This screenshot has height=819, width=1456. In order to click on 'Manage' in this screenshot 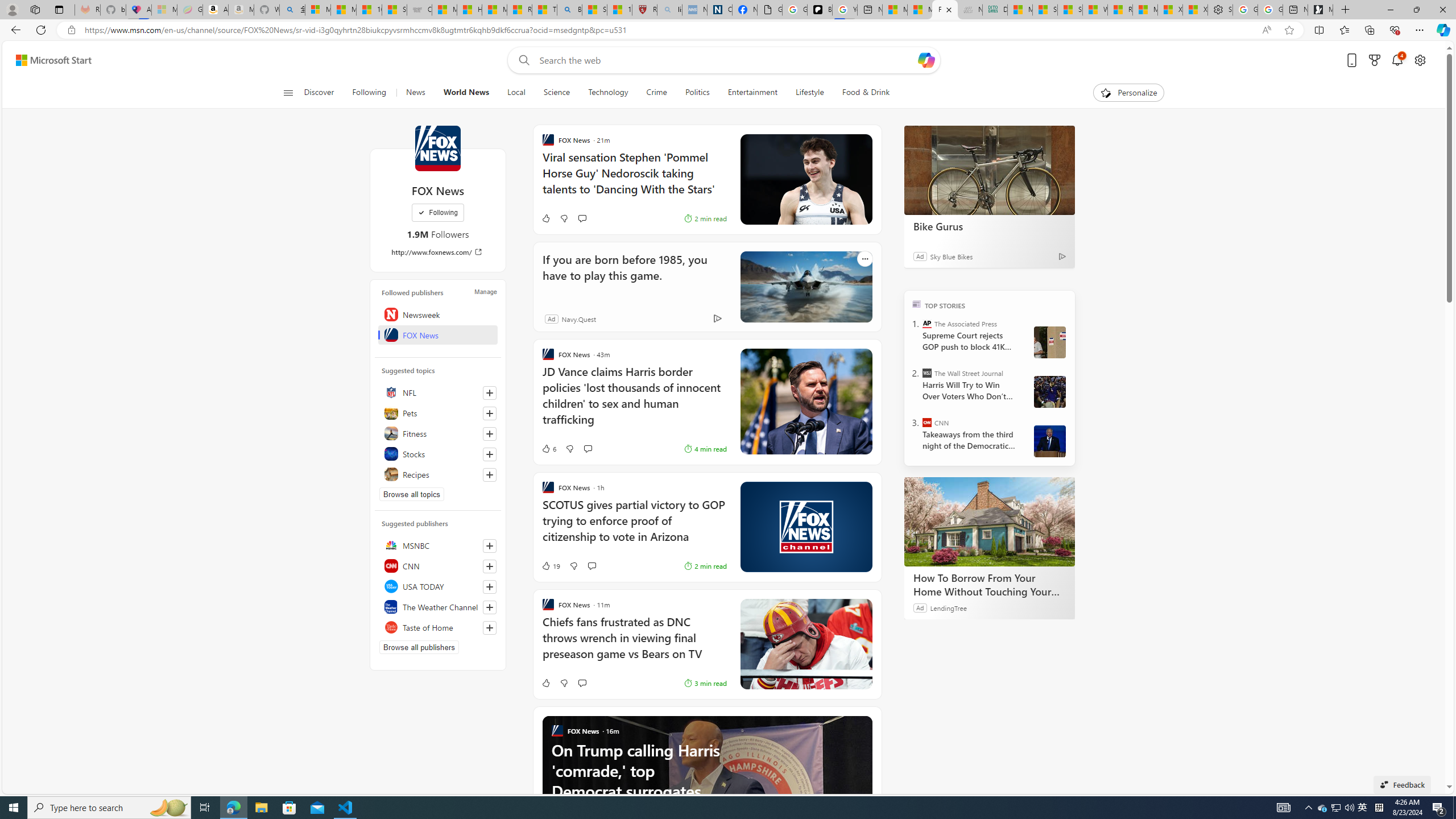, I will do `click(485, 291)`.